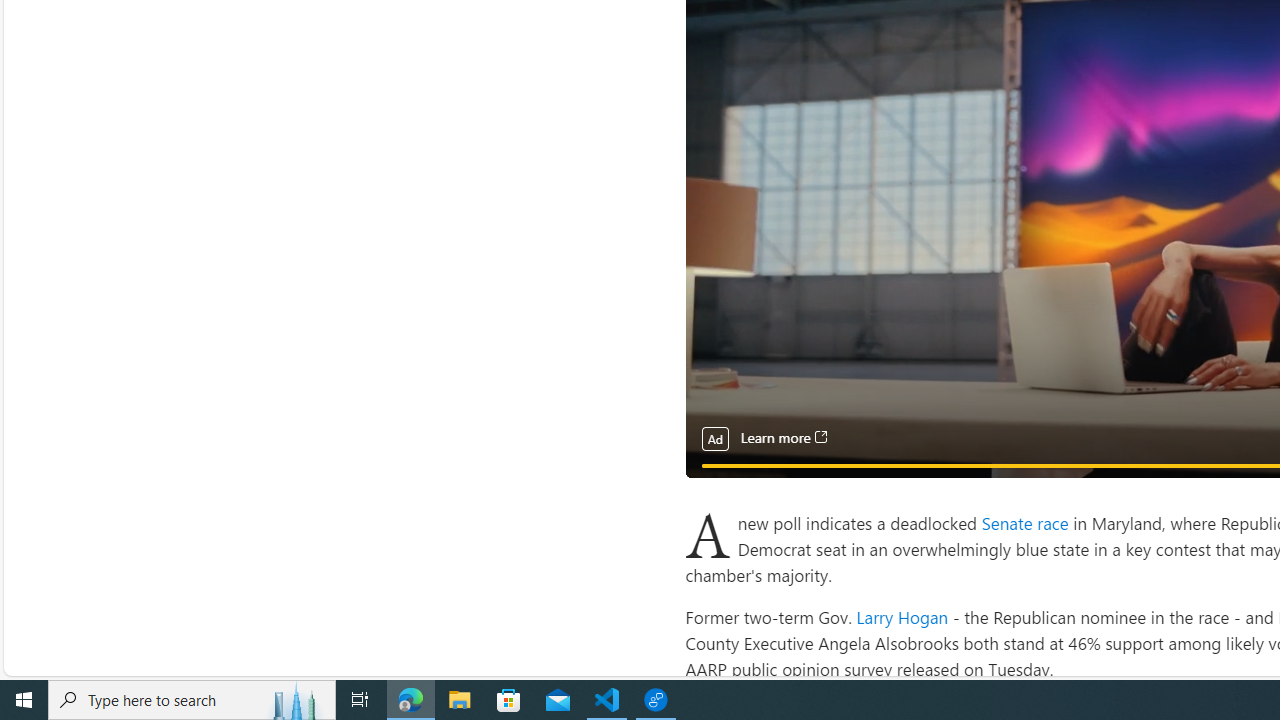 This screenshot has height=720, width=1280. I want to click on 'Learn more', so click(782, 437).